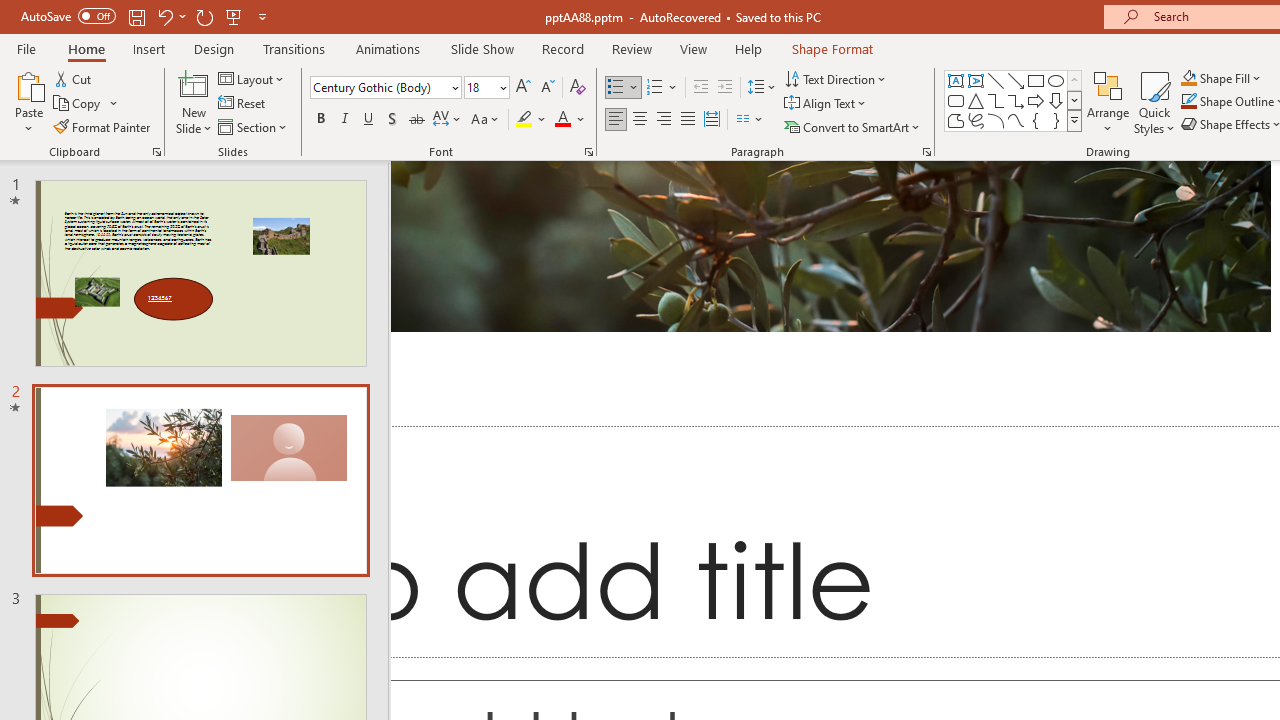 The height and width of the screenshot is (720, 1280). What do you see at coordinates (68, 16) in the screenshot?
I see `'AutoSave'` at bounding box center [68, 16].